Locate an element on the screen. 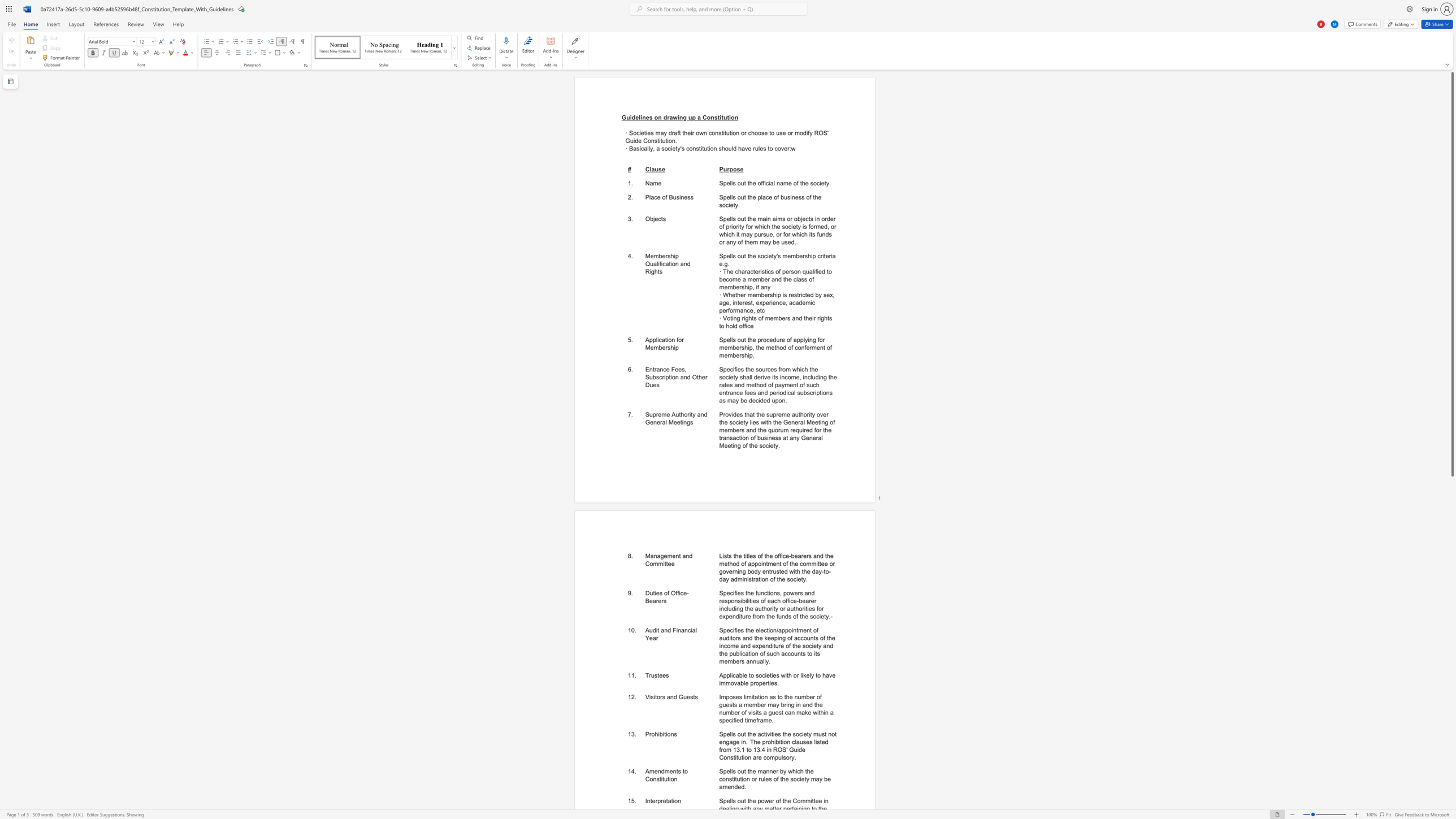 The width and height of the screenshot is (1456, 819). the scrollbar to adjust the page downward is located at coordinates (1451, 773).